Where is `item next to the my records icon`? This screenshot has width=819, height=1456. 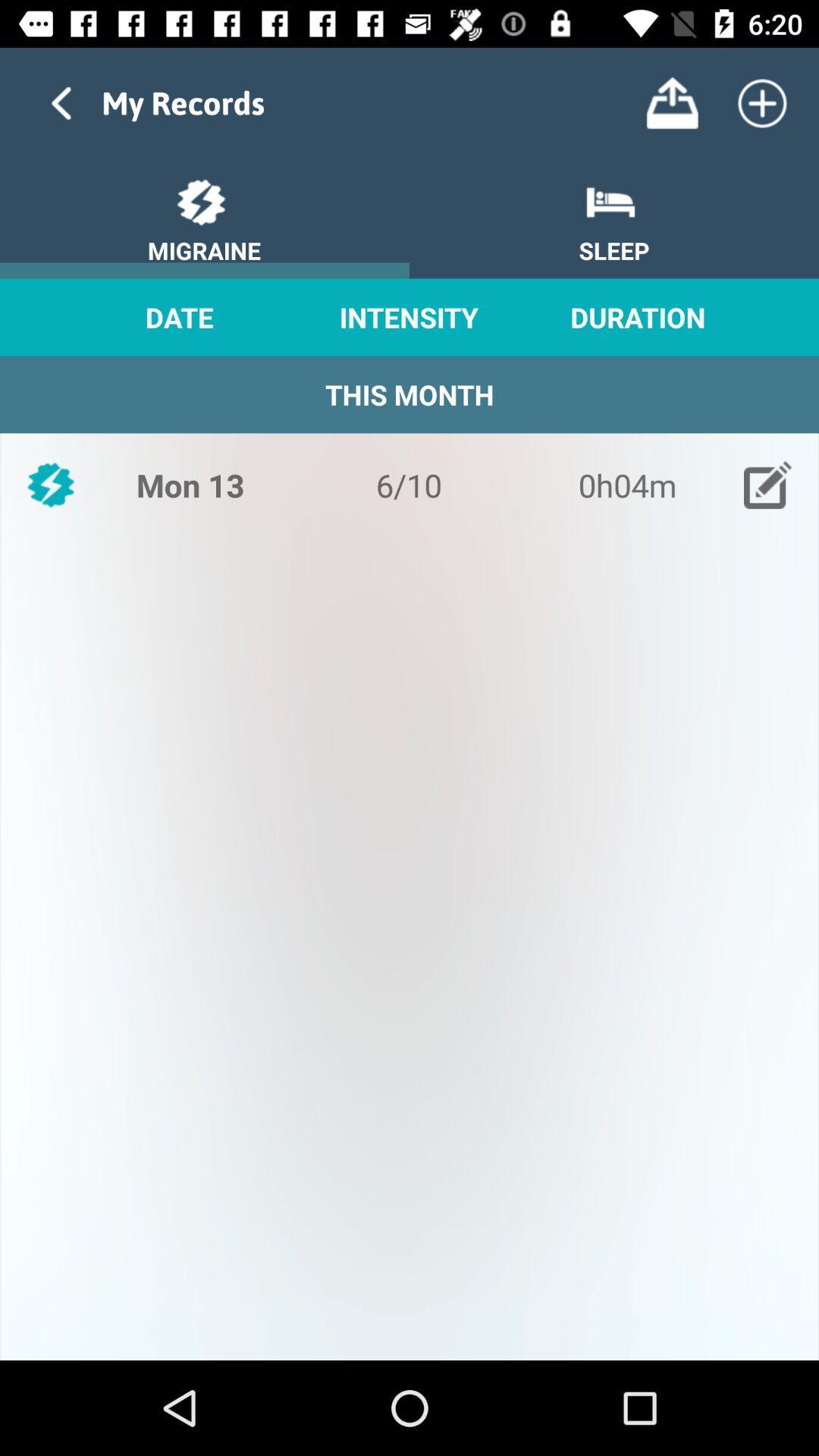 item next to the my records icon is located at coordinates (671, 102).